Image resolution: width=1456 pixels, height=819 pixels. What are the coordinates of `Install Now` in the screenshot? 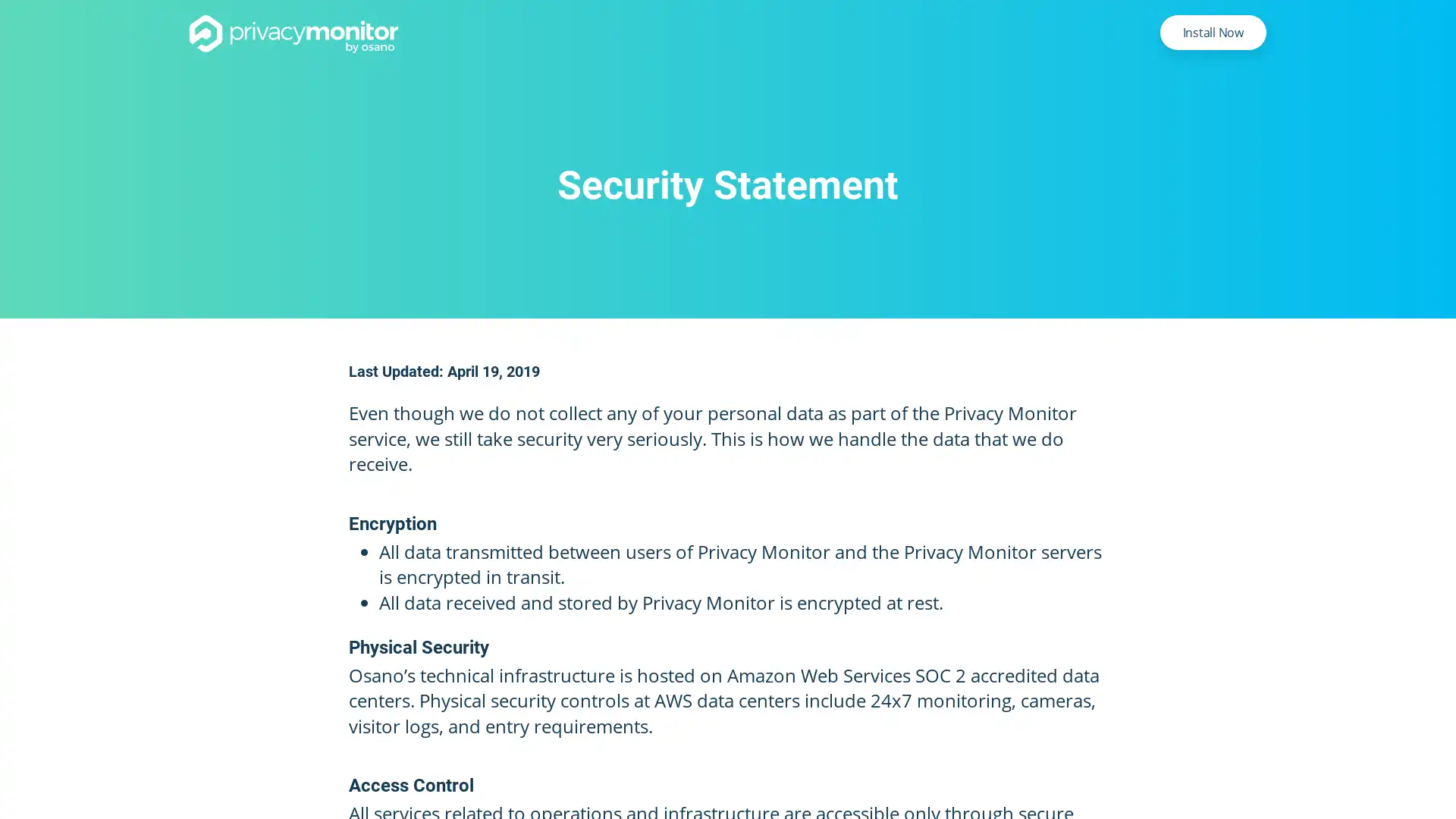 It's located at (1212, 32).